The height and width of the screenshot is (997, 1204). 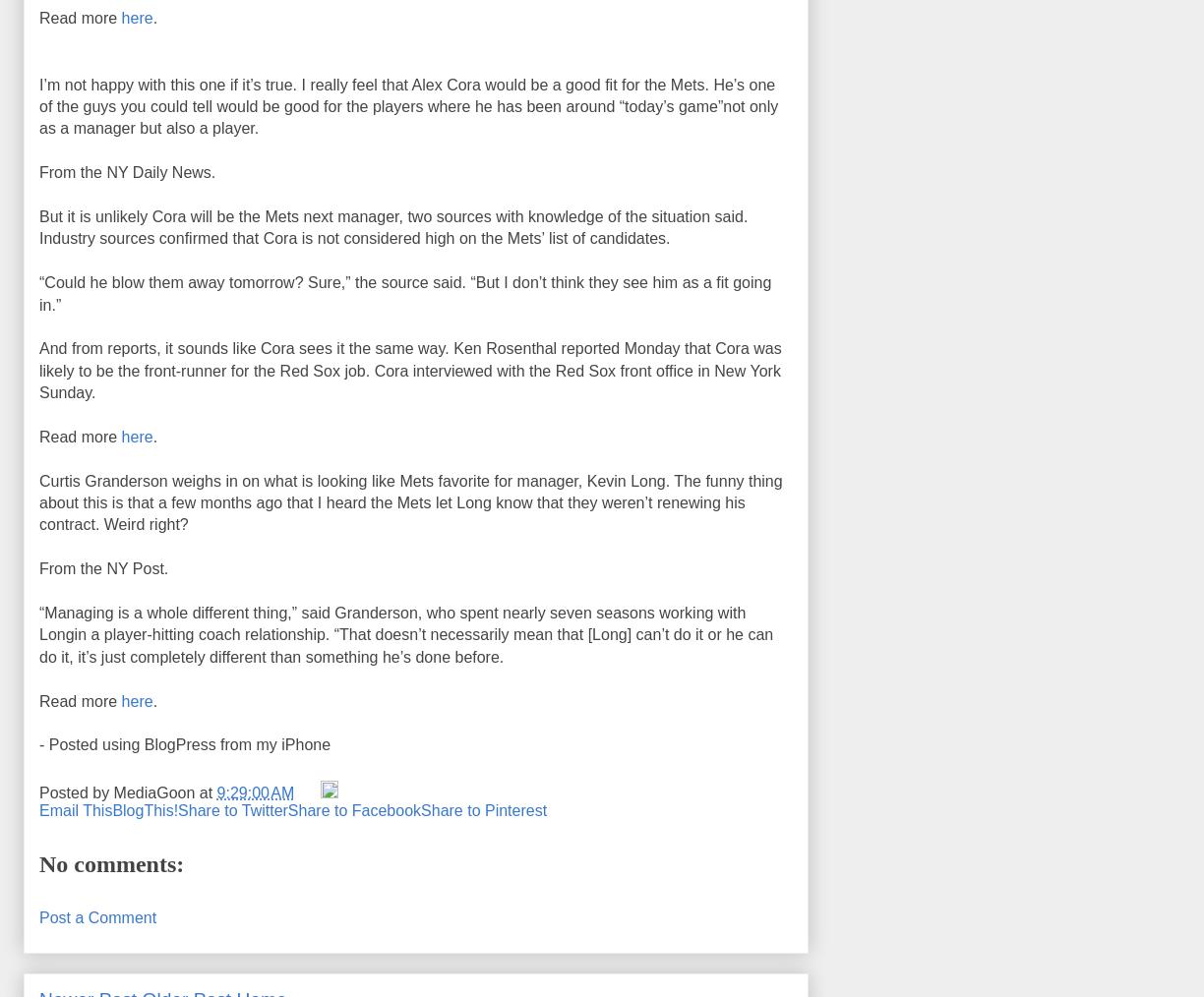 I want to click on 'Share to Twitter', so click(x=231, y=809).